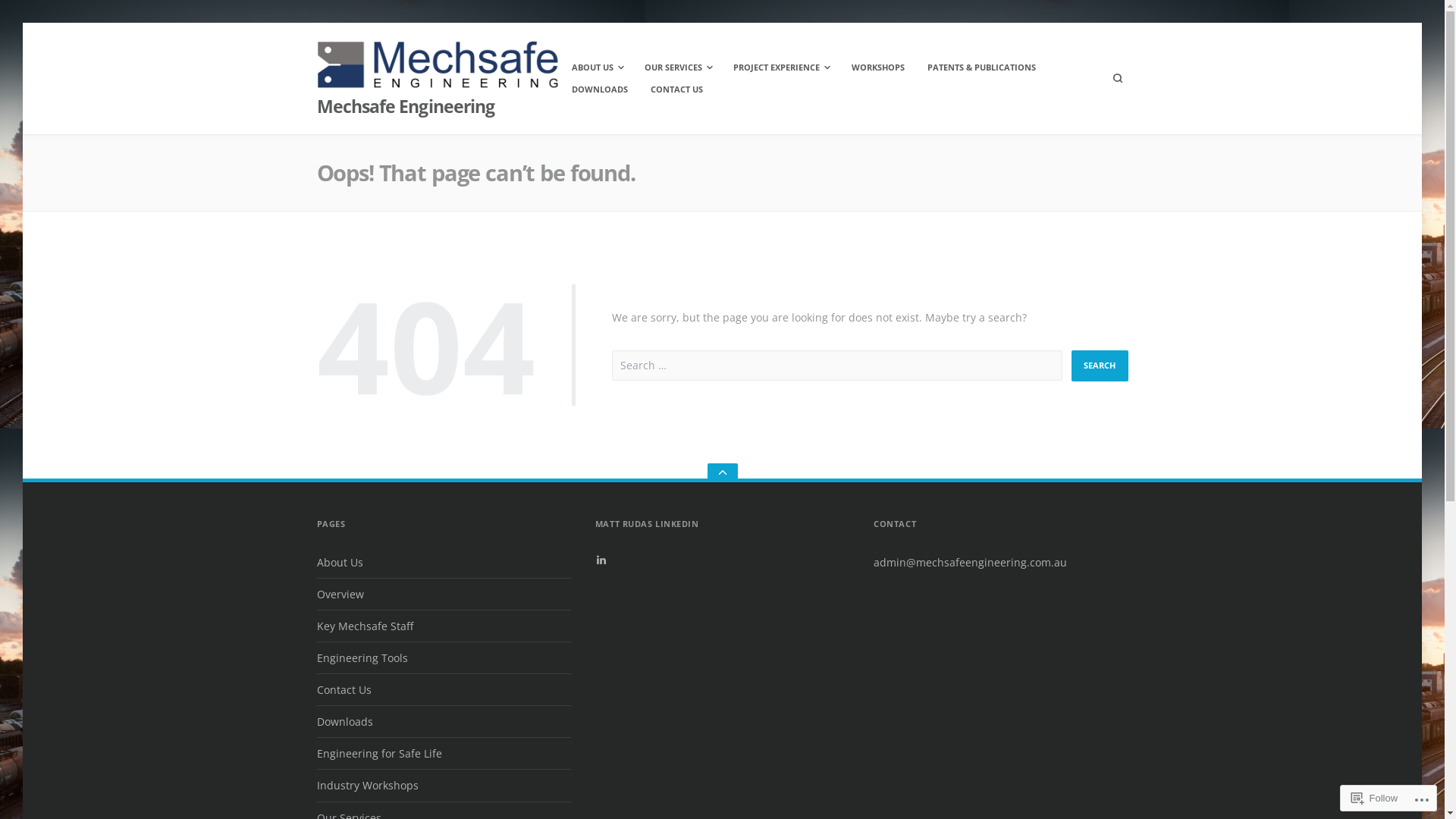 The height and width of the screenshot is (819, 1456). I want to click on 'Search', so click(1099, 366).